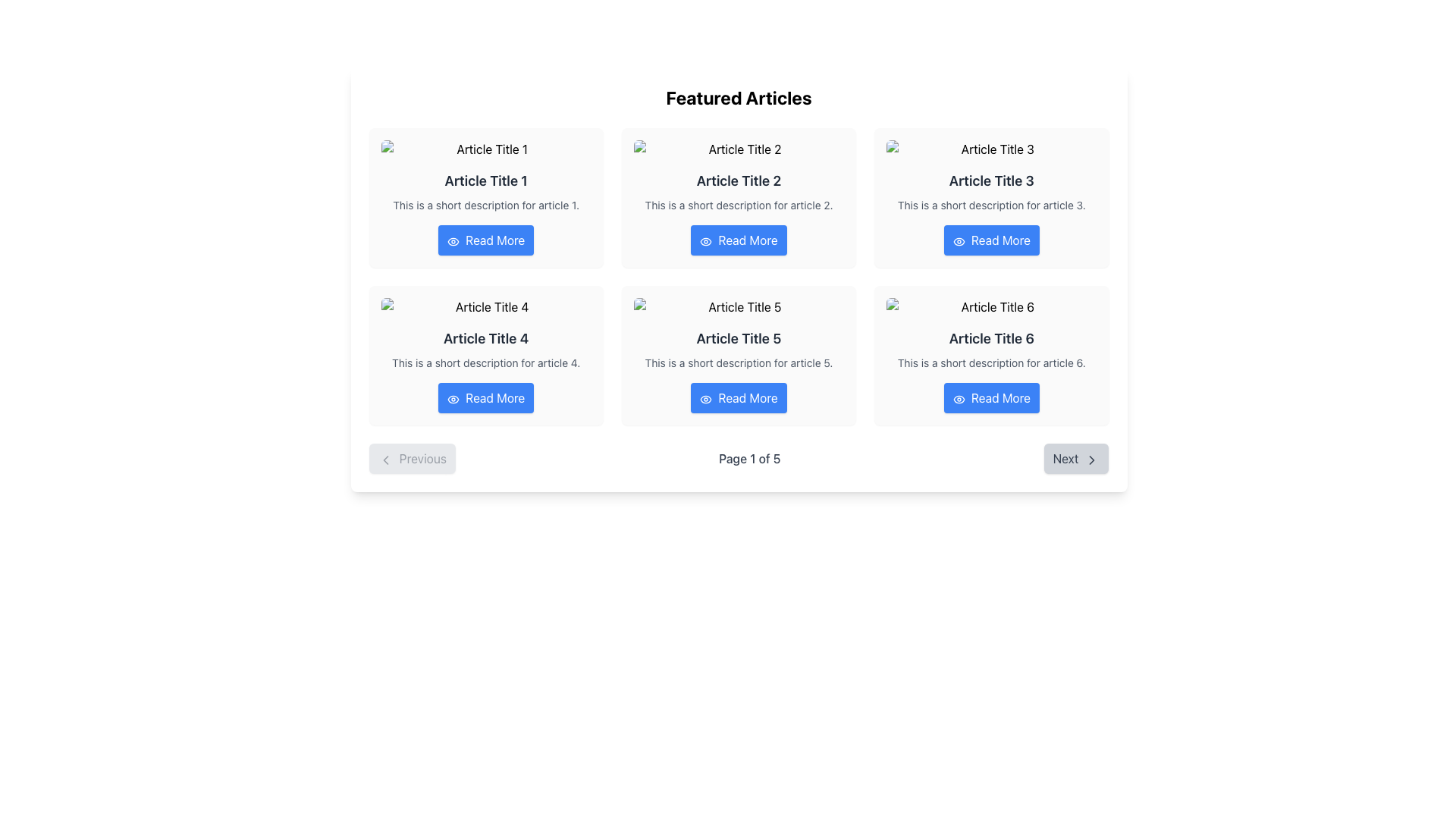 The image size is (1456, 819). What do you see at coordinates (486, 338) in the screenshot?
I see `the text label that serves as the title for the associated article, located in the first row of the second column in the grid layout` at bounding box center [486, 338].